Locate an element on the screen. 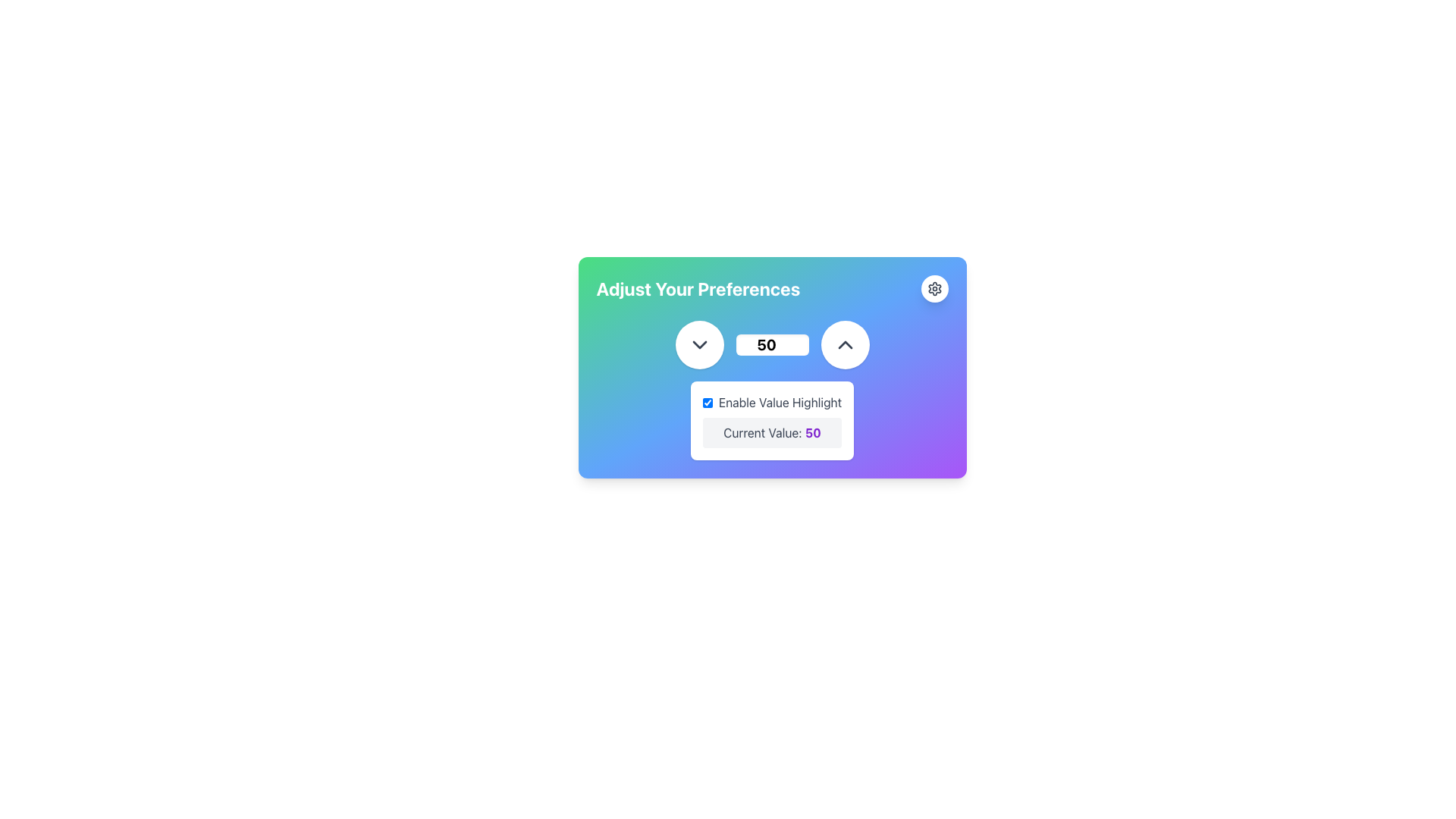 The width and height of the screenshot is (1456, 819). the label displaying 'Enable Value Highlight' which is adjacent to a checkbox in the bottom-center area of the 'Adjust Your Preferences' card is located at coordinates (780, 402).